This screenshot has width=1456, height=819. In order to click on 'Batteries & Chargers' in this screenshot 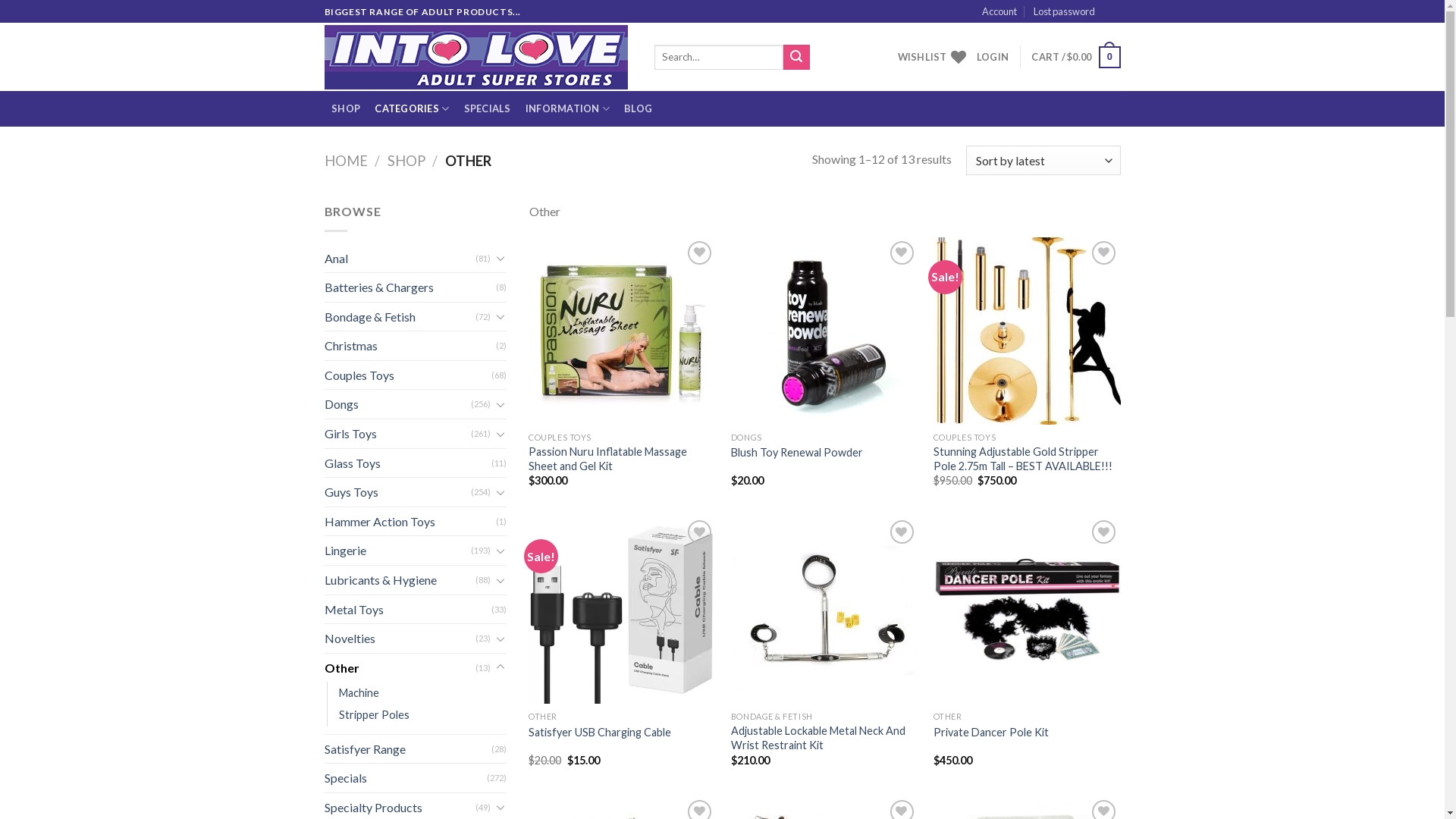, I will do `click(410, 287)`.